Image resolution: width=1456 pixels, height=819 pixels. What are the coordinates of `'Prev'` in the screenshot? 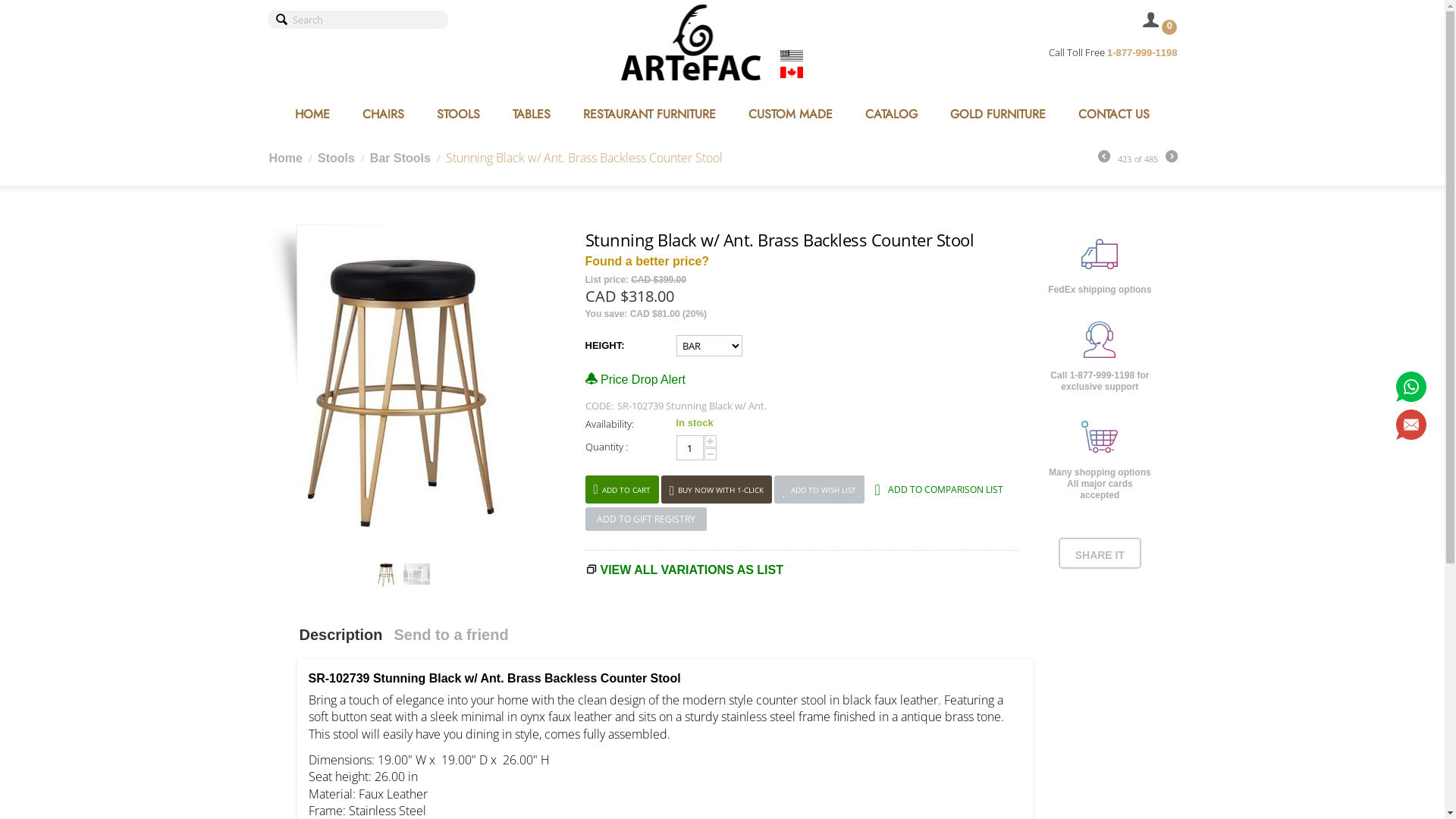 It's located at (1103, 158).